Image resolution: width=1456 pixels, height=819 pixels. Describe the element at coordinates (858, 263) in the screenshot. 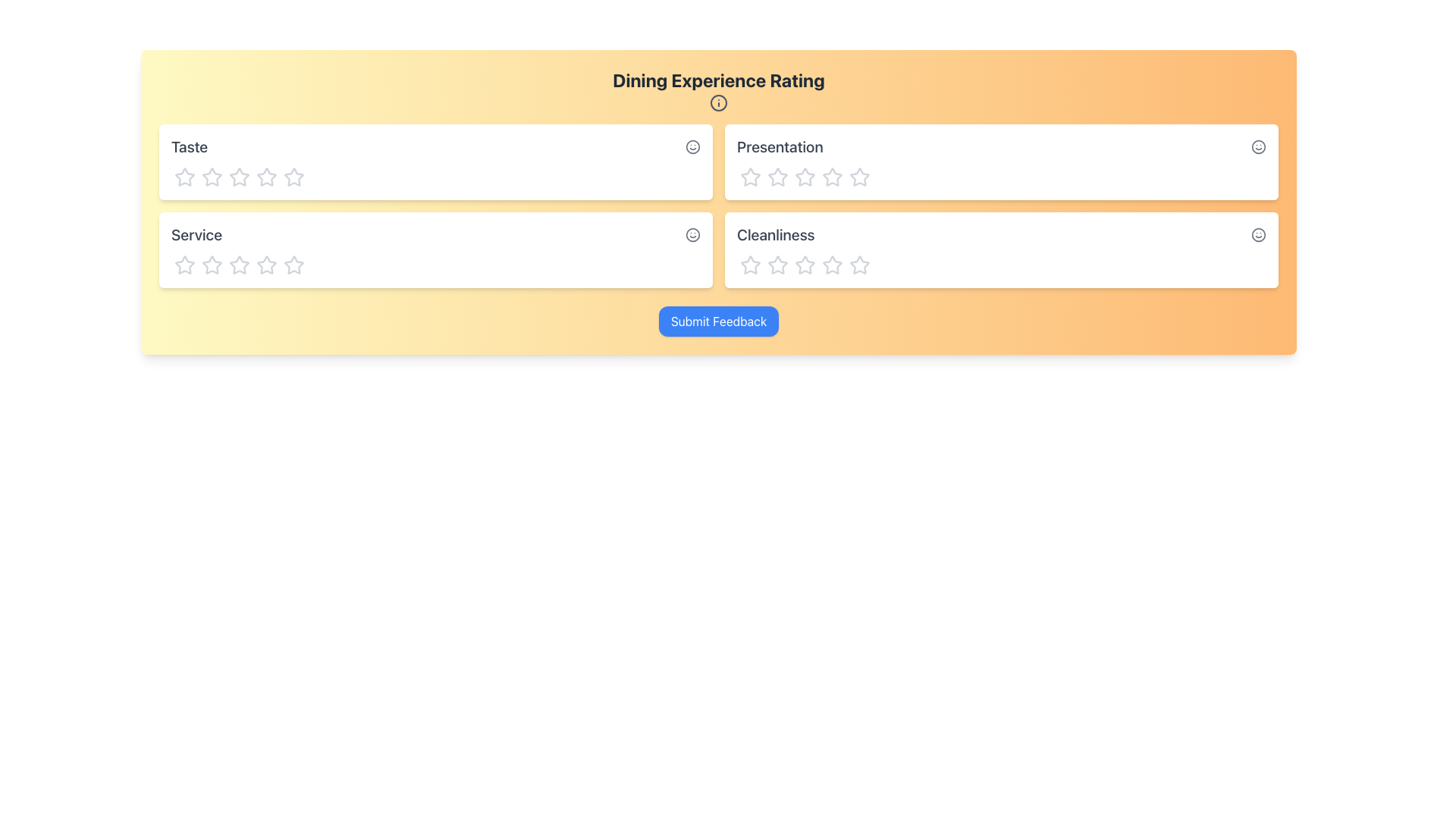

I see `the fourth star-shaped graphical icon in the rating system under the 'Cleanliness' category` at that location.